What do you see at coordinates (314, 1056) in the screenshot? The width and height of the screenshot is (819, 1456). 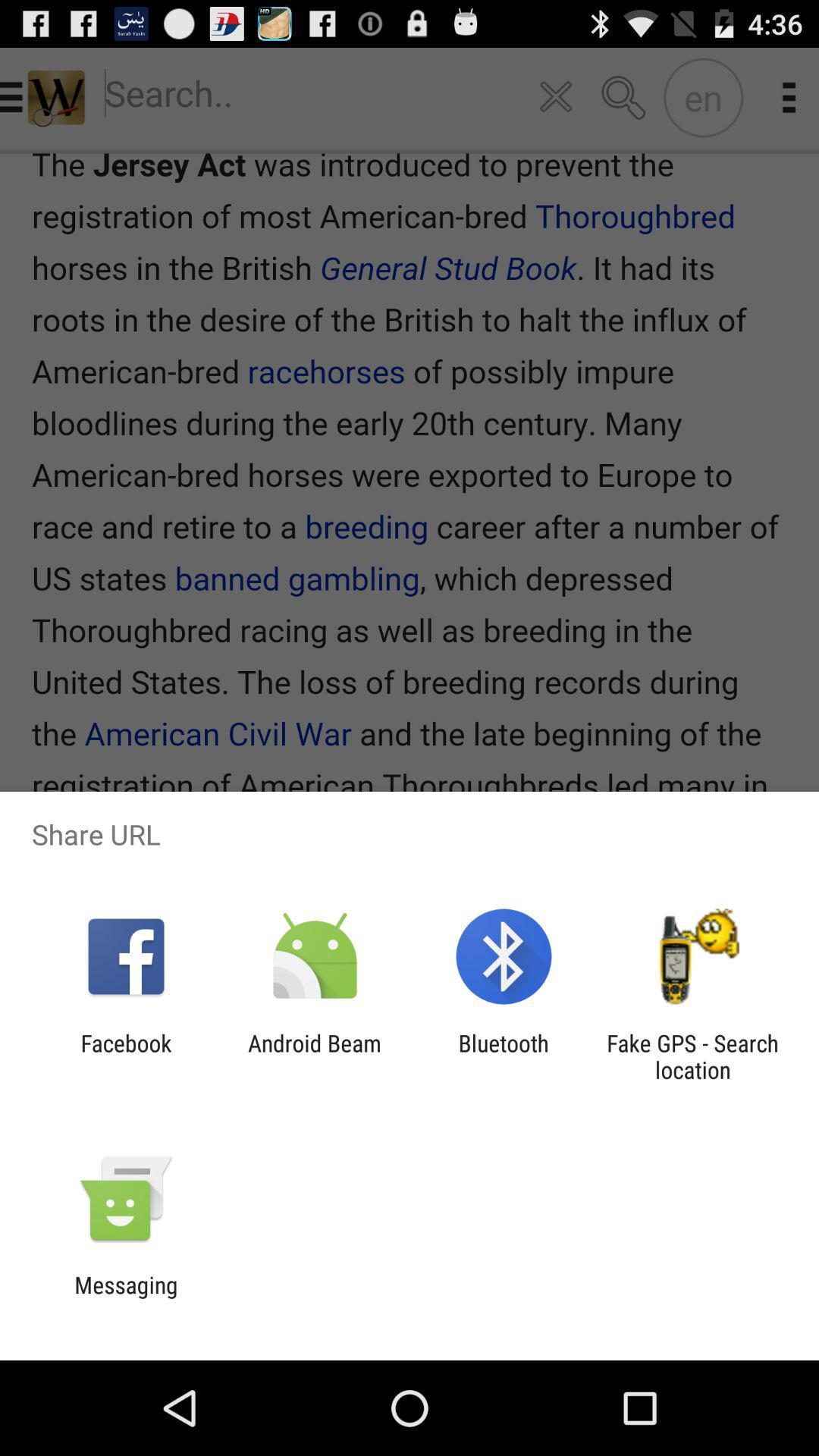 I see `item next to the facebook app` at bounding box center [314, 1056].